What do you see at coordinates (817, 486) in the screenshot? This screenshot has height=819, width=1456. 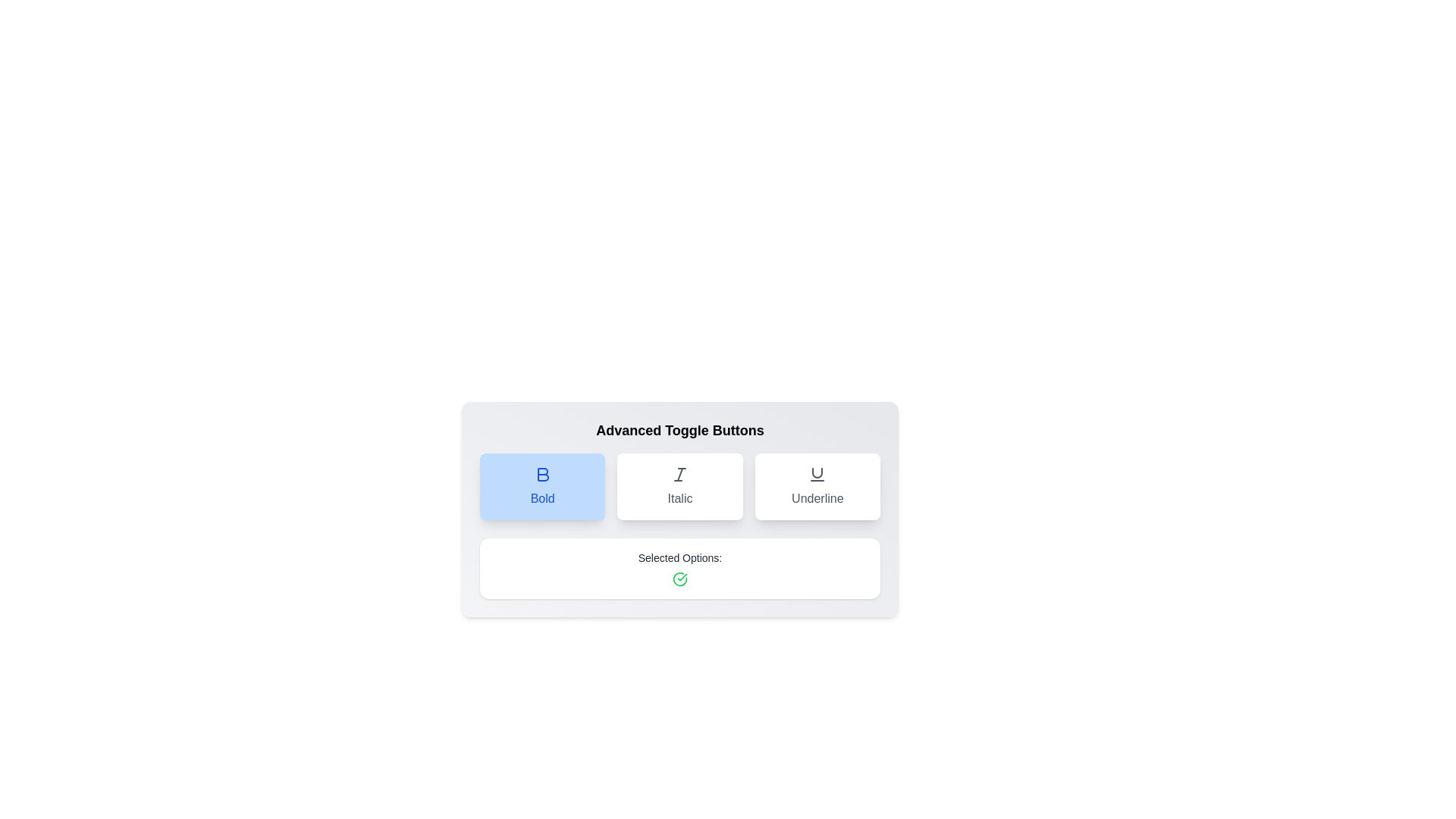 I see `the 'Underline' button to toggle its state` at bounding box center [817, 486].